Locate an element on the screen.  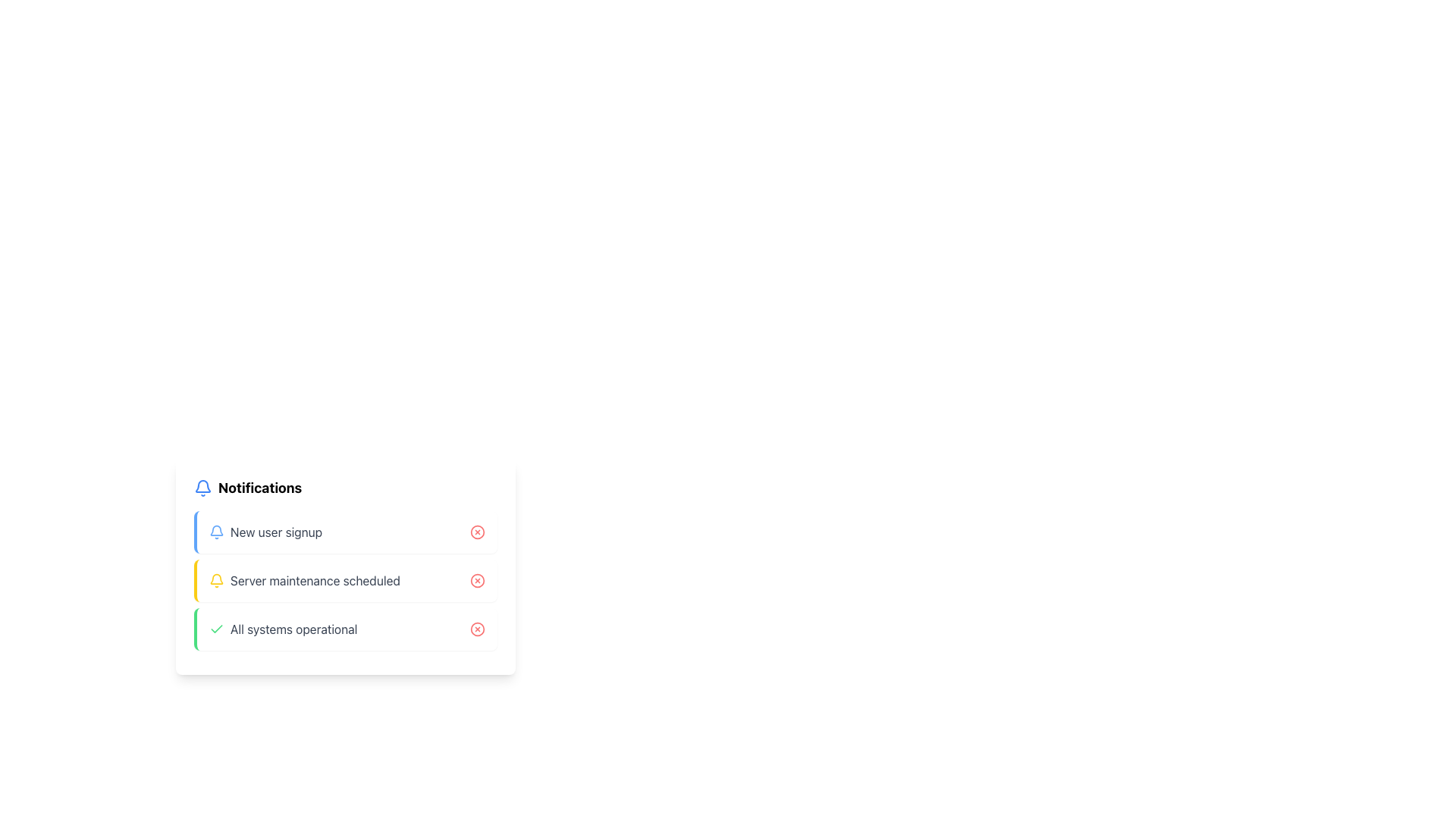
the 'New user signup' text label in the notifications list, which is styled with clean typography and located next to a bell icon is located at coordinates (276, 532).